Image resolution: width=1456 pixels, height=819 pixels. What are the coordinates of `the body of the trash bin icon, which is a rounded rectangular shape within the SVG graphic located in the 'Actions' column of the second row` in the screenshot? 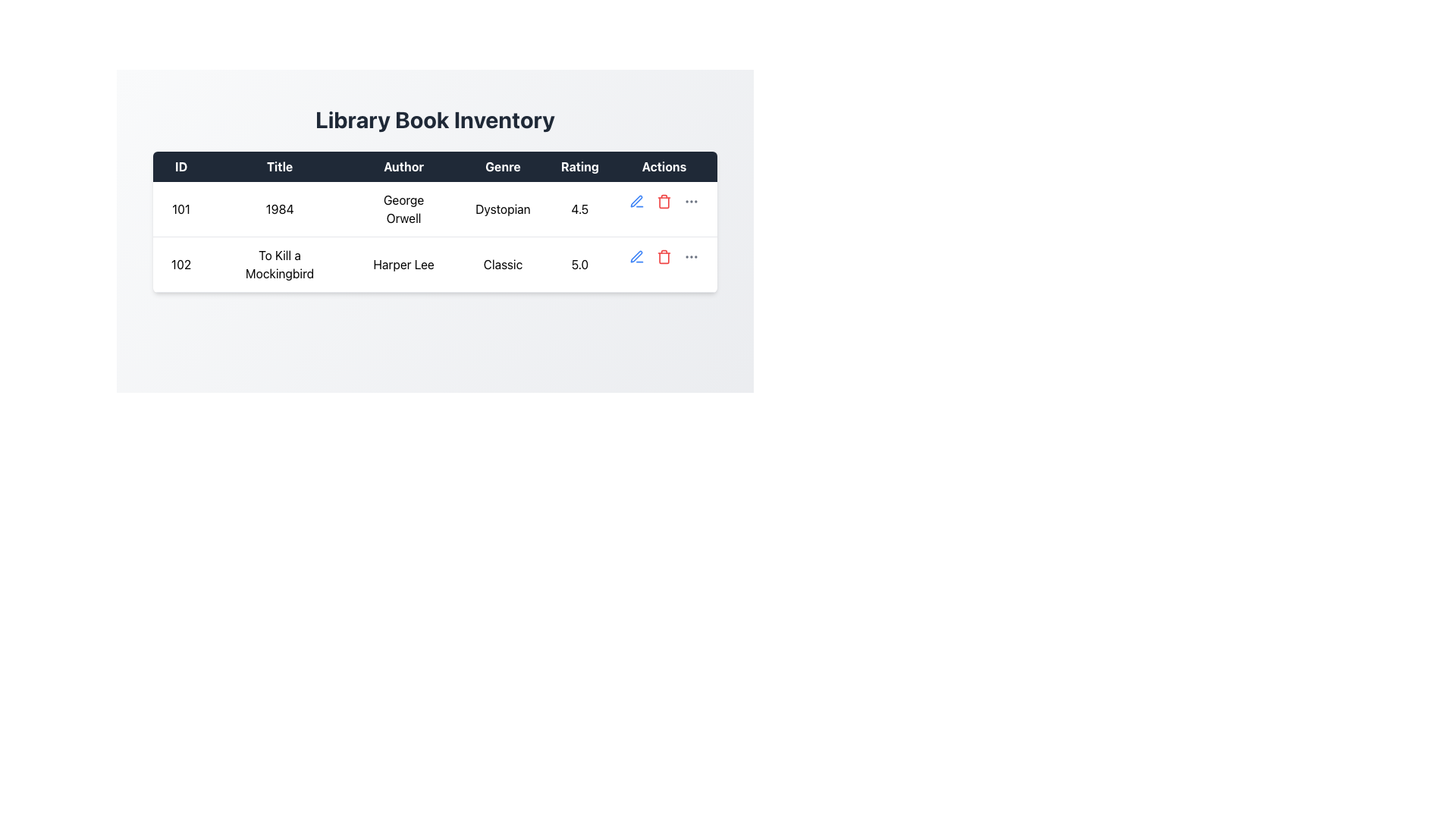 It's located at (664, 257).